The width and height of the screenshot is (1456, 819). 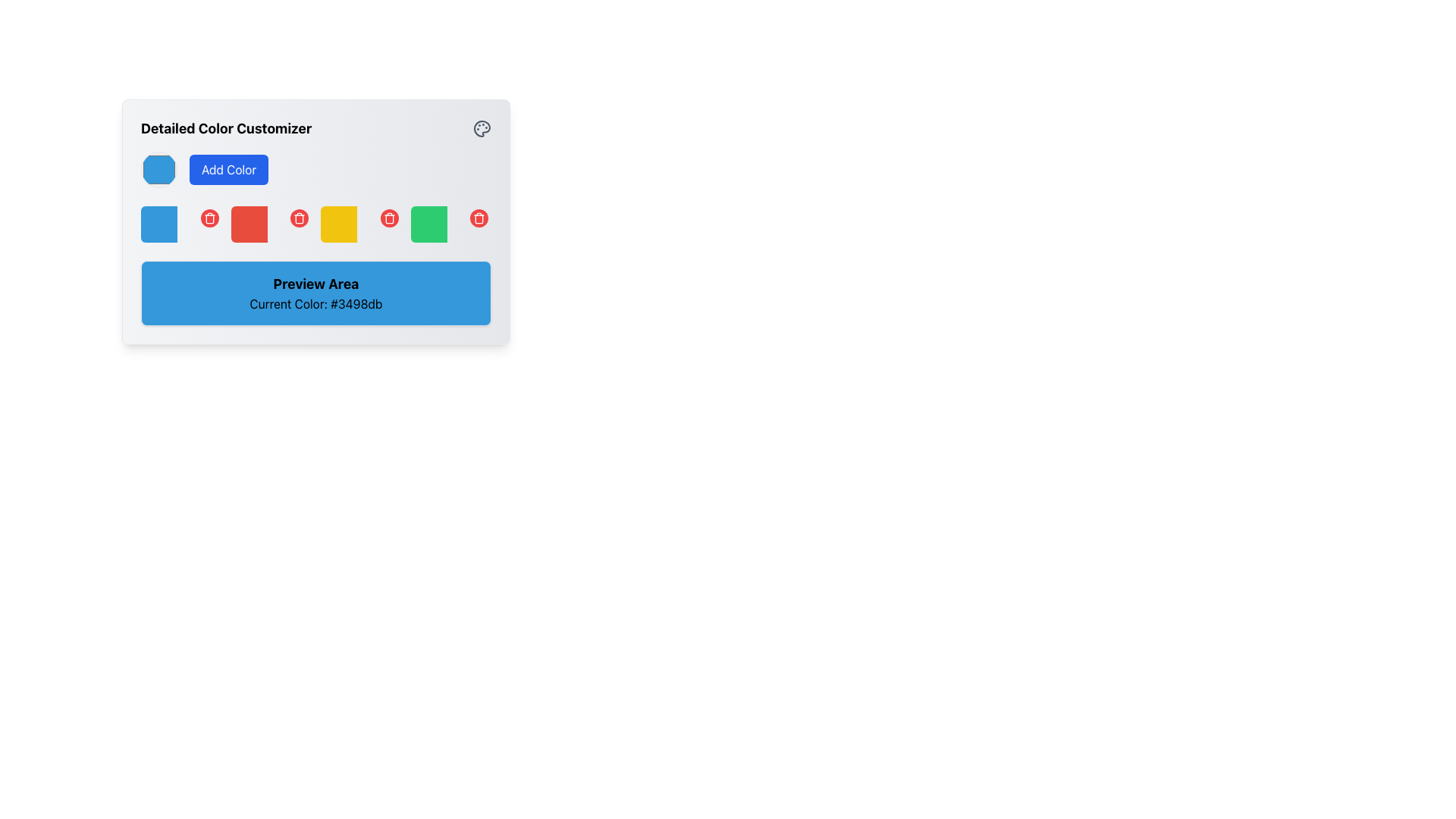 What do you see at coordinates (315, 284) in the screenshot?
I see `the 'Preview Area' text label, which is bold and centered on a blue background, located in the 'Detailed Color Customizer' panel` at bounding box center [315, 284].